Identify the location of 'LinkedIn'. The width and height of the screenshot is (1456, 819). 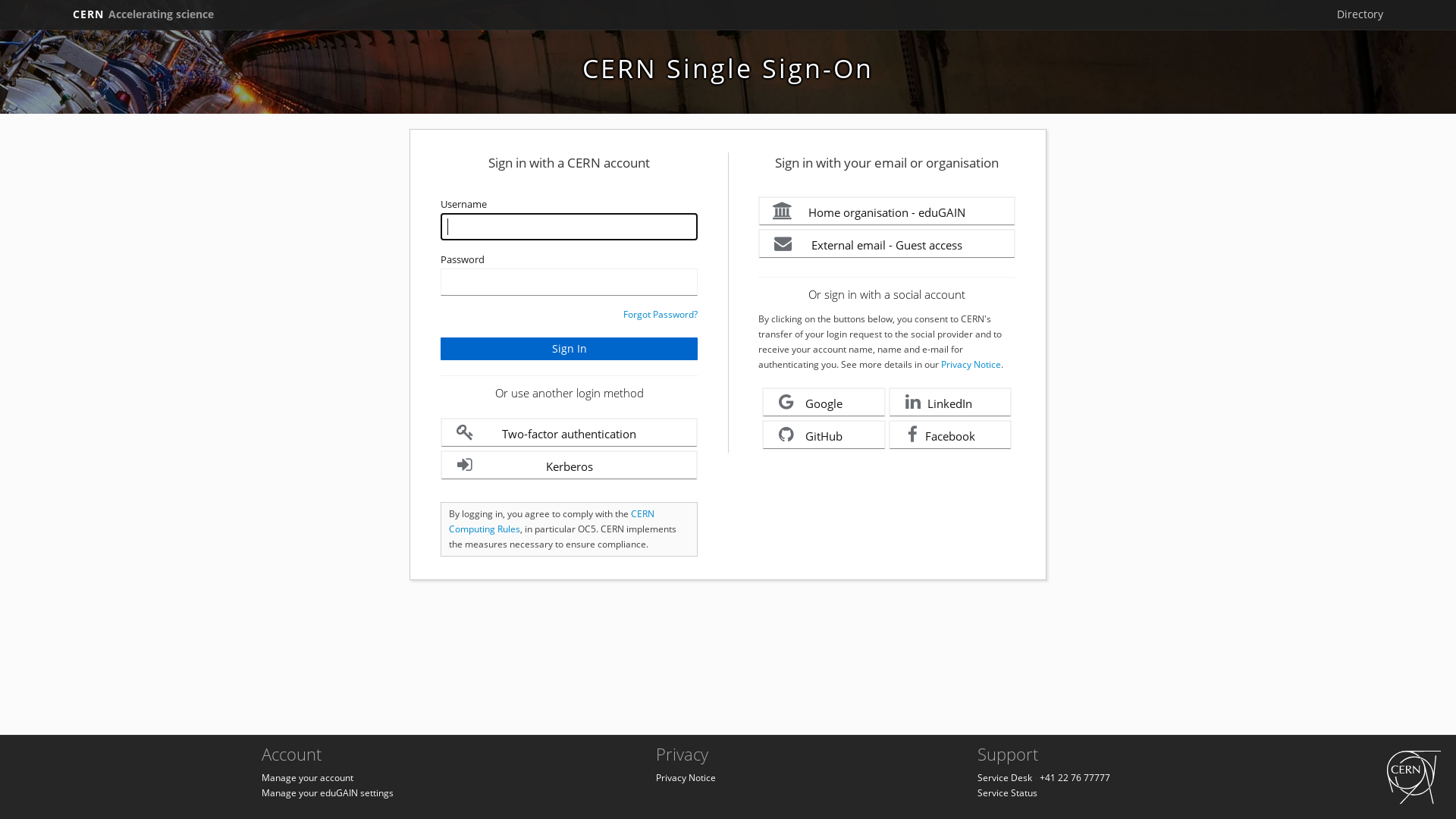
(888, 401).